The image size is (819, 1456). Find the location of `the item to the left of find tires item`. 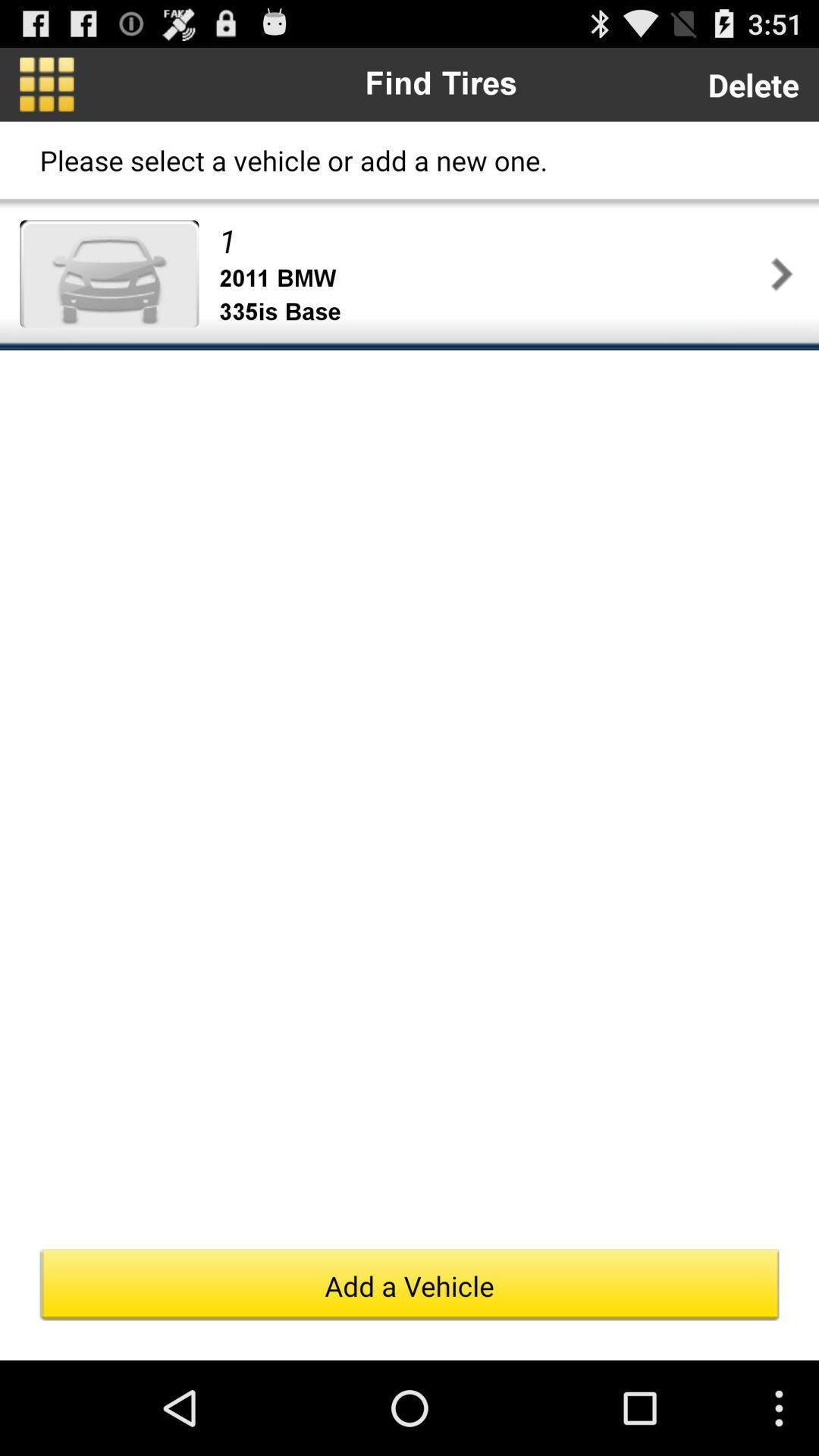

the item to the left of find tires item is located at coordinates (45, 83).